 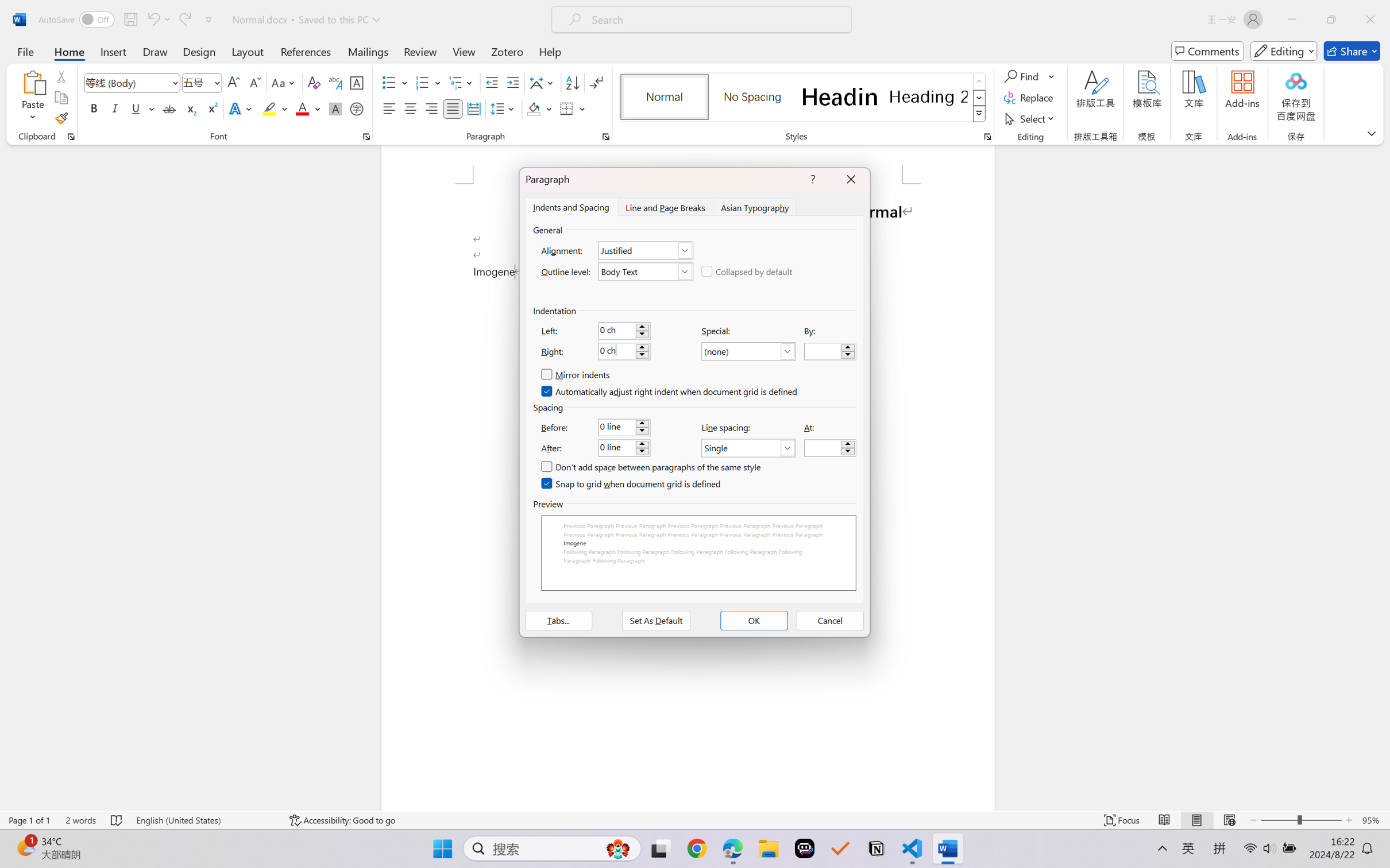 What do you see at coordinates (313, 83) in the screenshot?
I see `'Clear Formatting'` at bounding box center [313, 83].